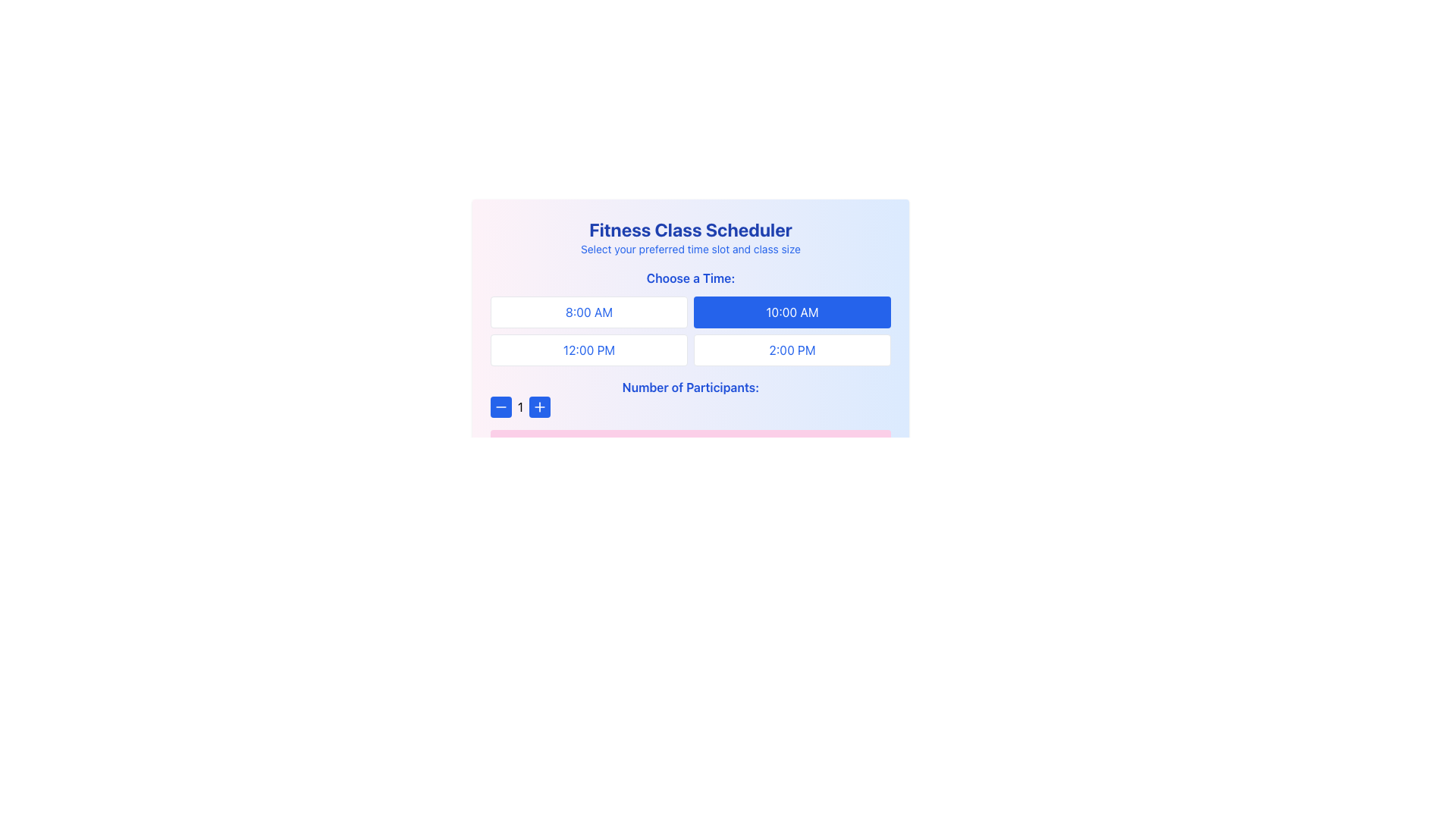  Describe the element at coordinates (501, 406) in the screenshot. I see `the first button that decreases a numeric value, located to the left of the text displaying '1'` at that location.